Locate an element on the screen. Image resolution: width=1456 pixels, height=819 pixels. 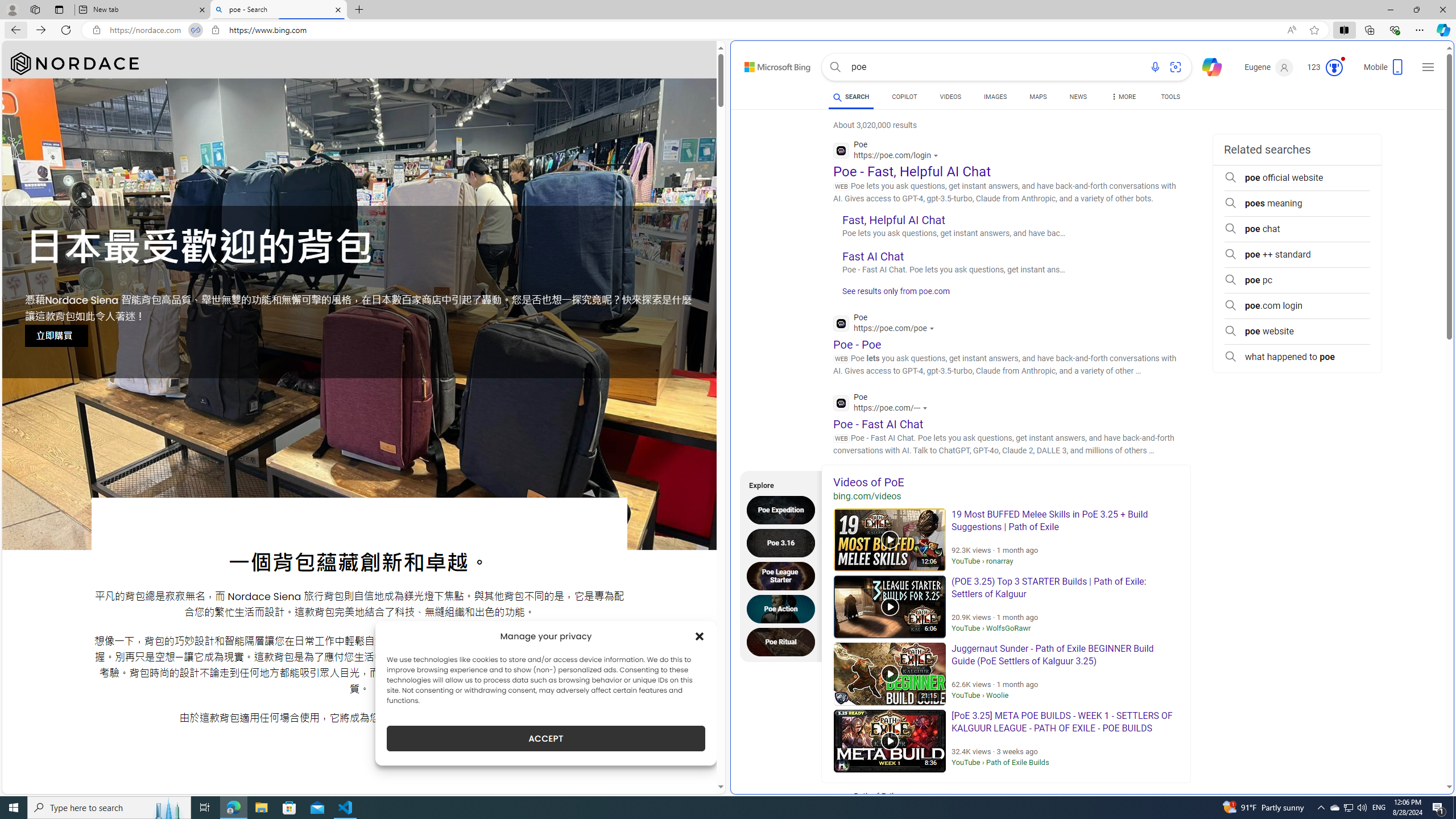
'Poe Ritual' is located at coordinates (783, 641).